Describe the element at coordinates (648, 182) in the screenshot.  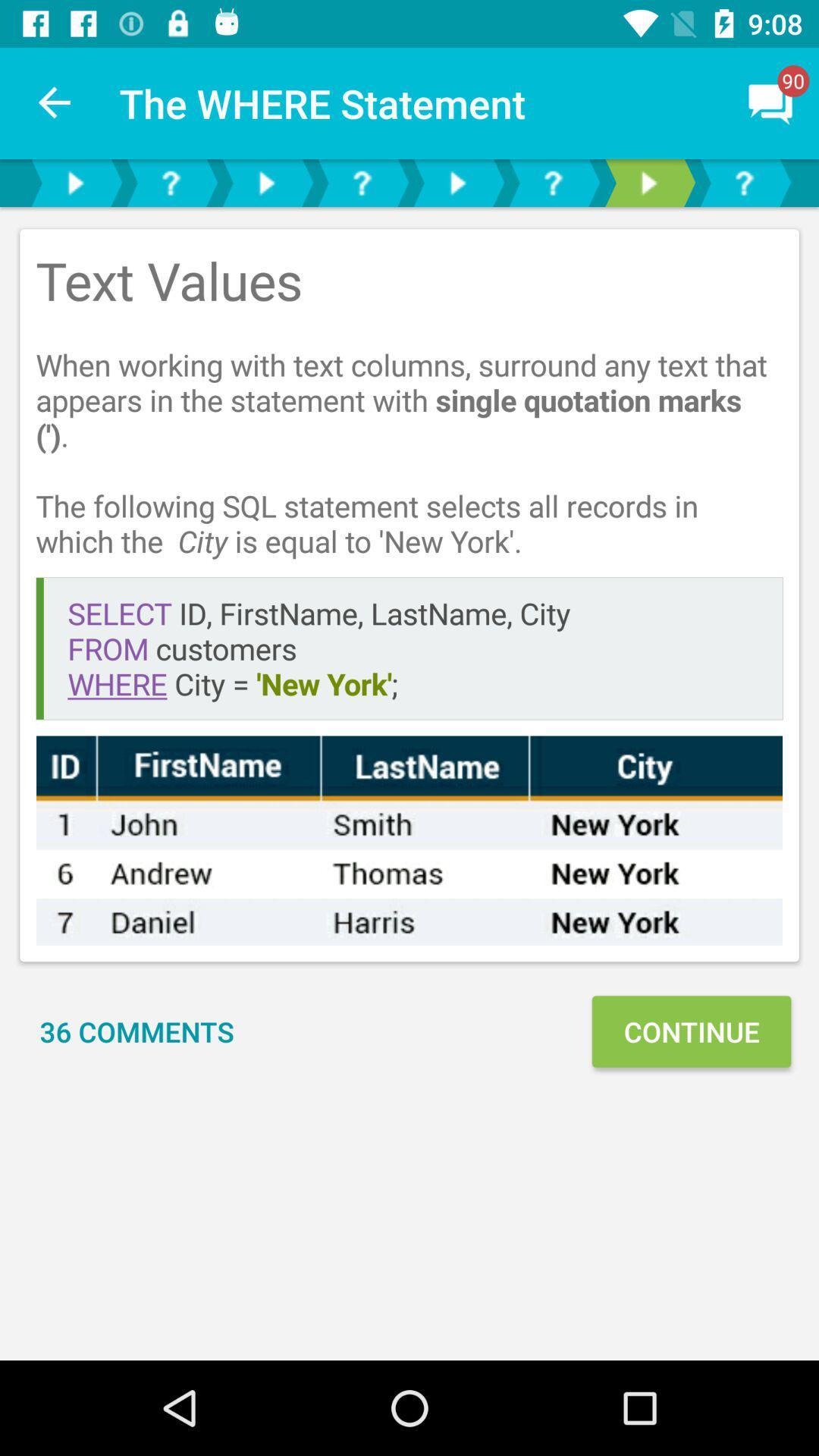
I see `go forward` at that location.